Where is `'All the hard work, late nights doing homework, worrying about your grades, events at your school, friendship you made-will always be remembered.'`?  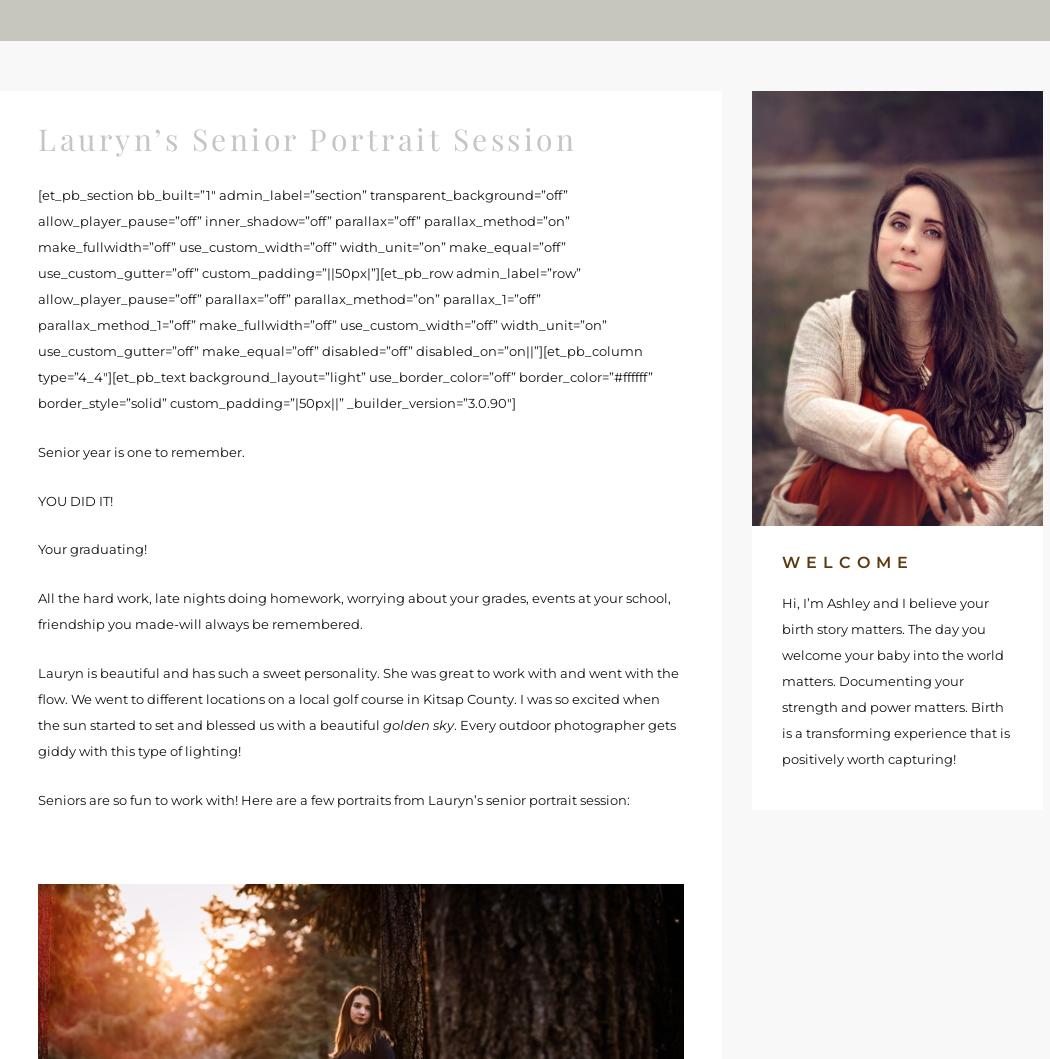 'All the hard work, late nights doing homework, worrying about your grades, events at your school, friendship you made-will always be remembered.' is located at coordinates (38, 610).